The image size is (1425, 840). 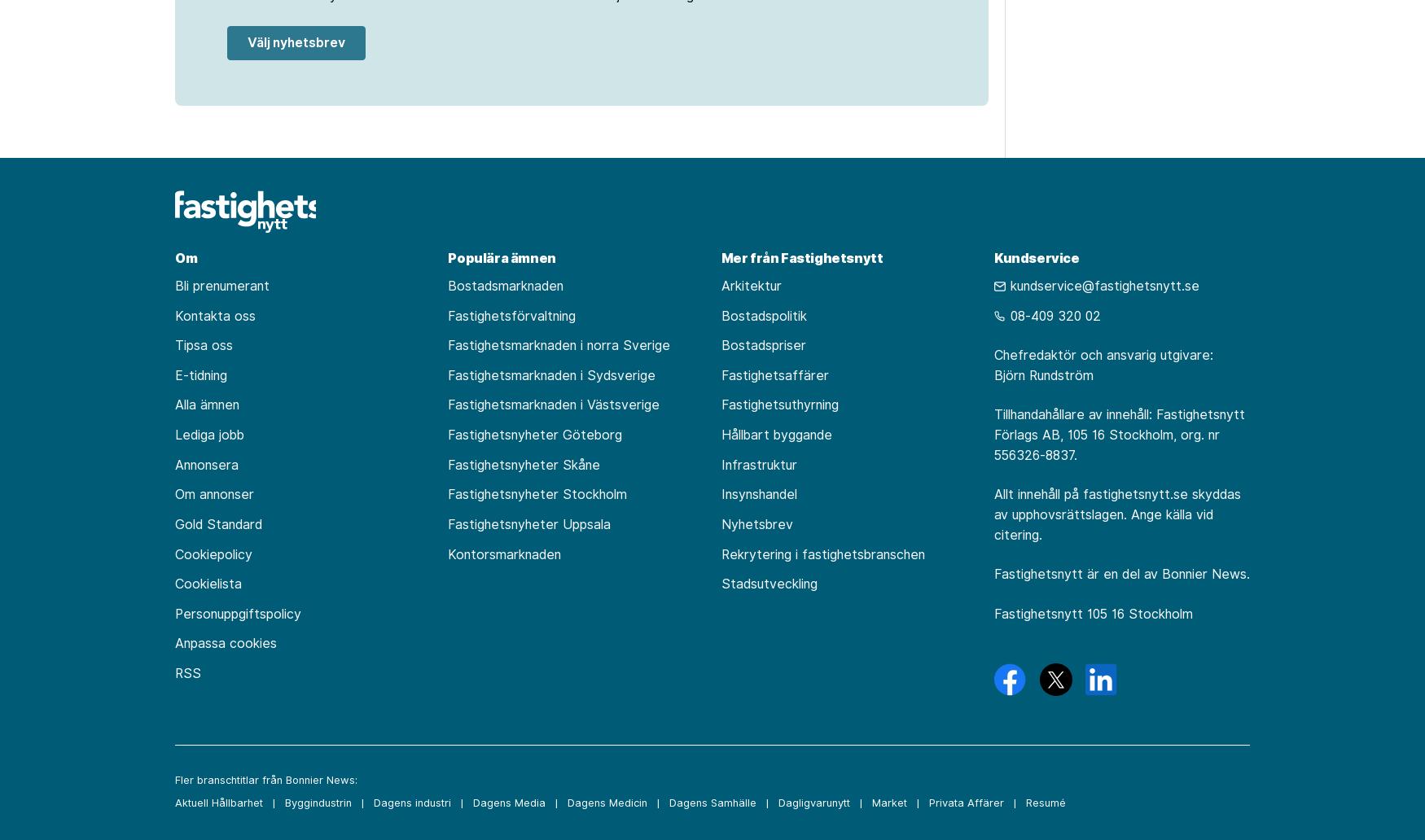 I want to click on 'Dagens industri', so click(x=411, y=801).